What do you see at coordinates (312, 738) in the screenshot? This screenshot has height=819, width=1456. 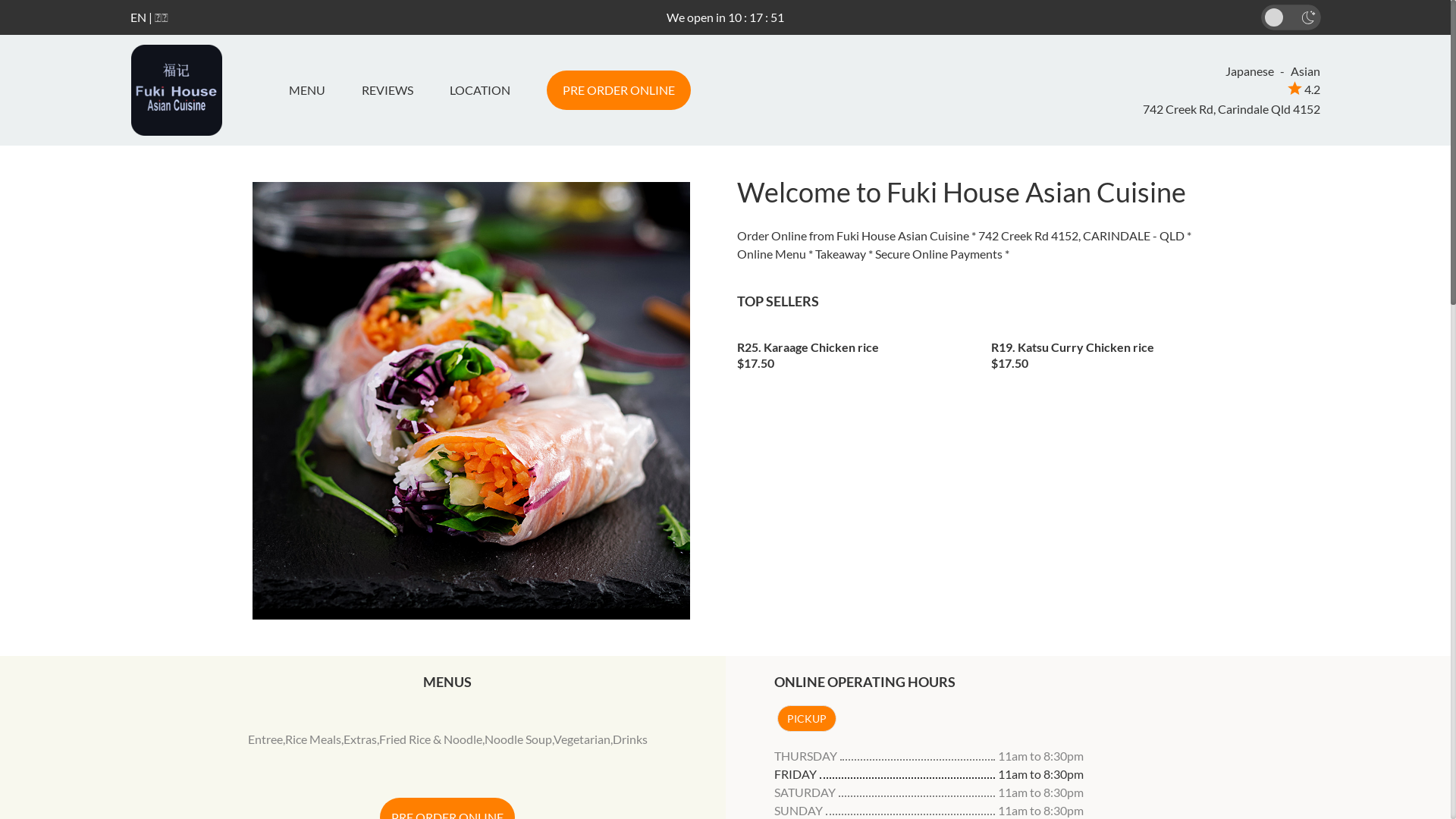 I see `'Rice Meals'` at bounding box center [312, 738].